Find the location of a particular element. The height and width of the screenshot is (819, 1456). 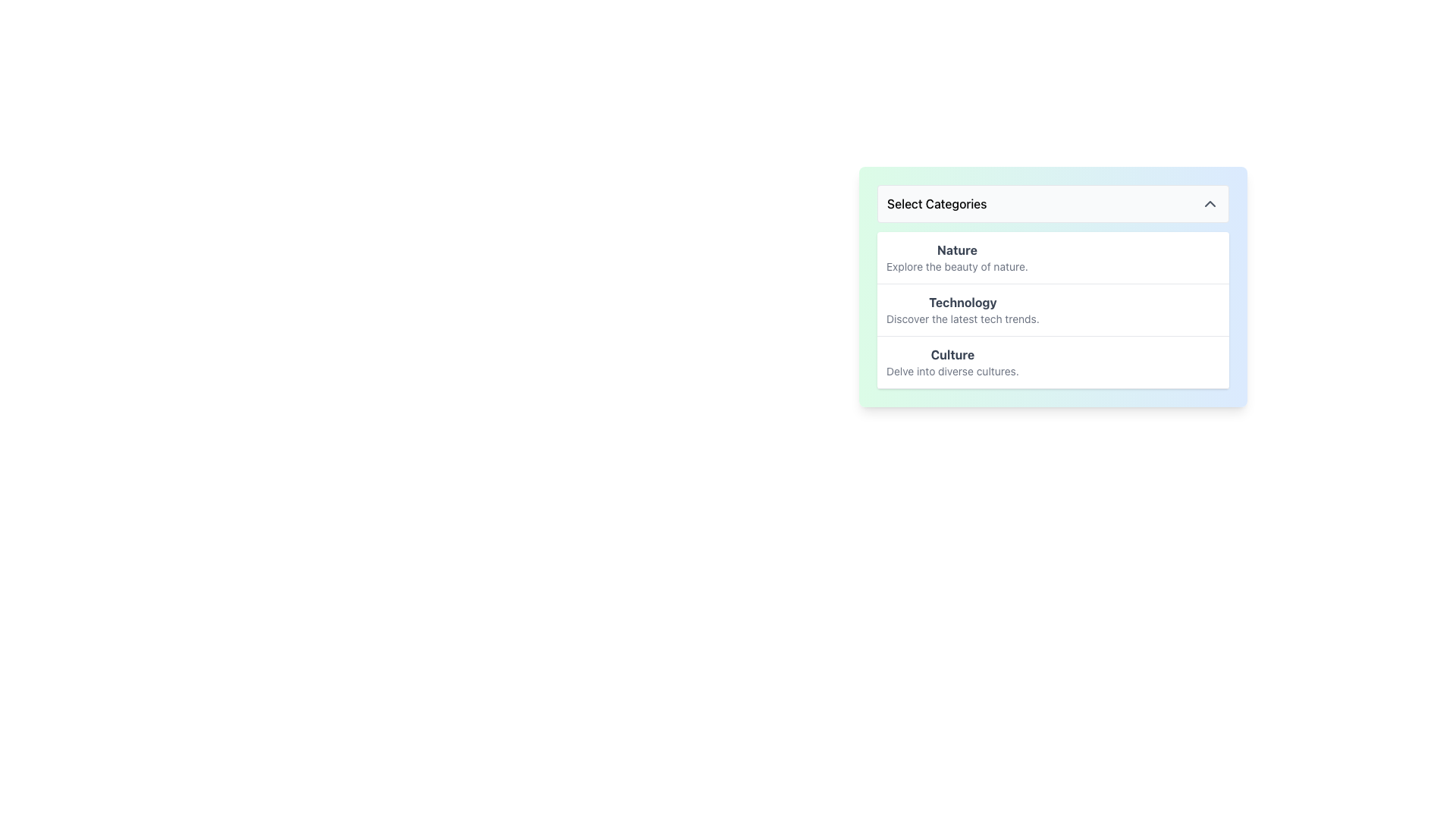

the text block labeled 'Technology' that includes the title and caption is located at coordinates (962, 309).